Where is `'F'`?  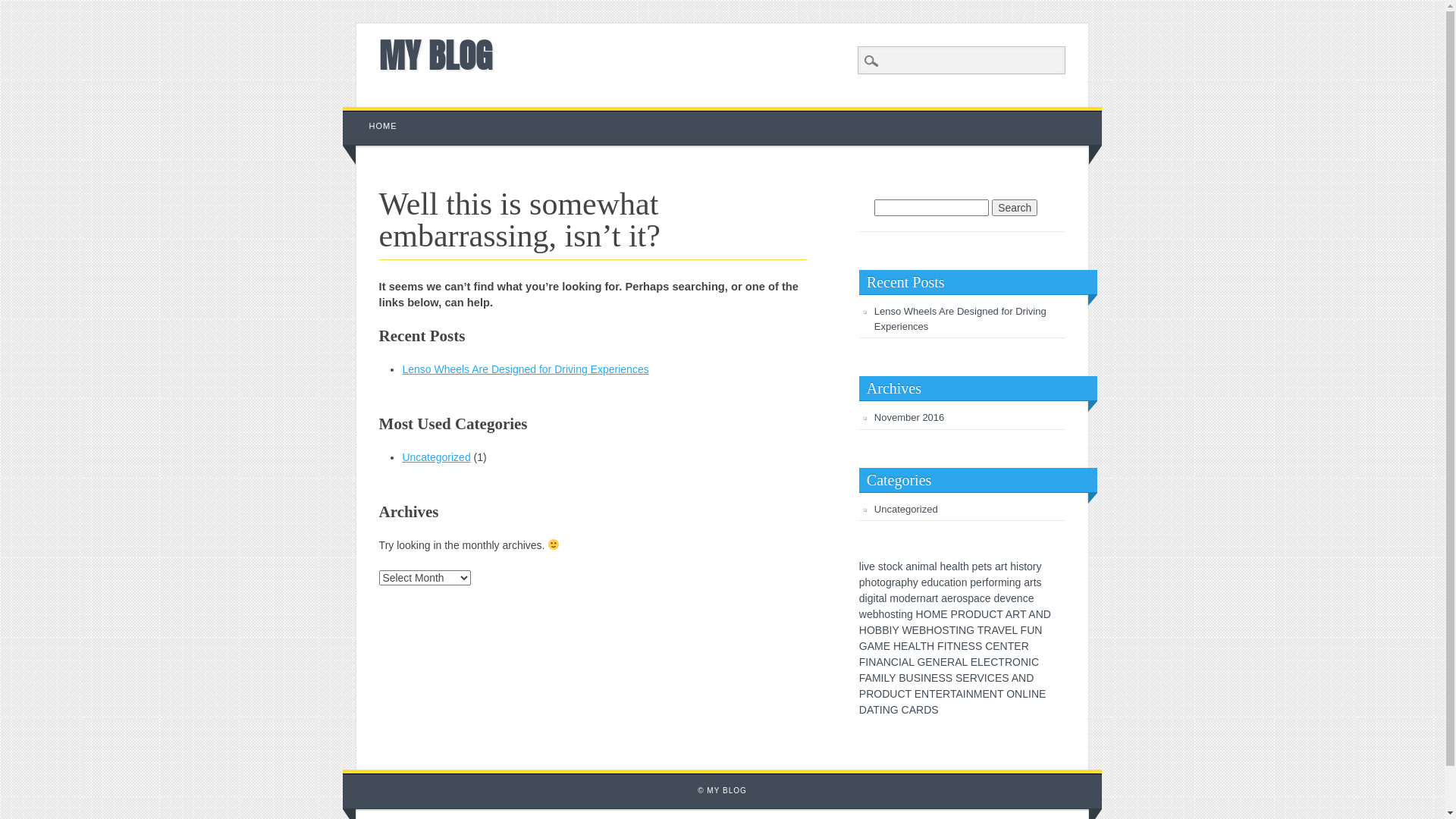
'F' is located at coordinates (862, 661).